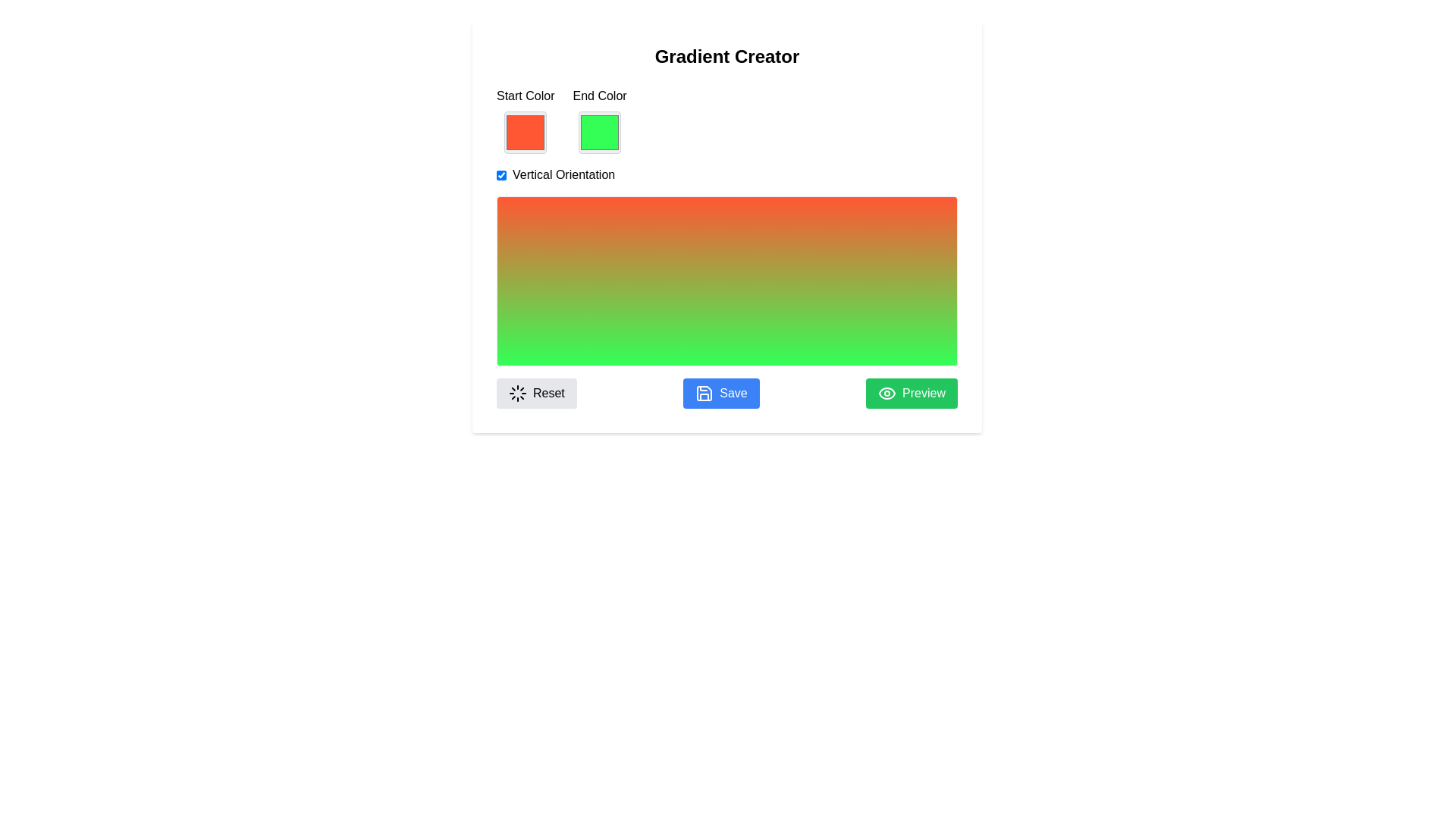 This screenshot has height=819, width=1456. Describe the element at coordinates (517, 393) in the screenshot. I see `the animated circular loader icon located within the 'Reset' button at the bottom-left corner of the main interface` at that location.